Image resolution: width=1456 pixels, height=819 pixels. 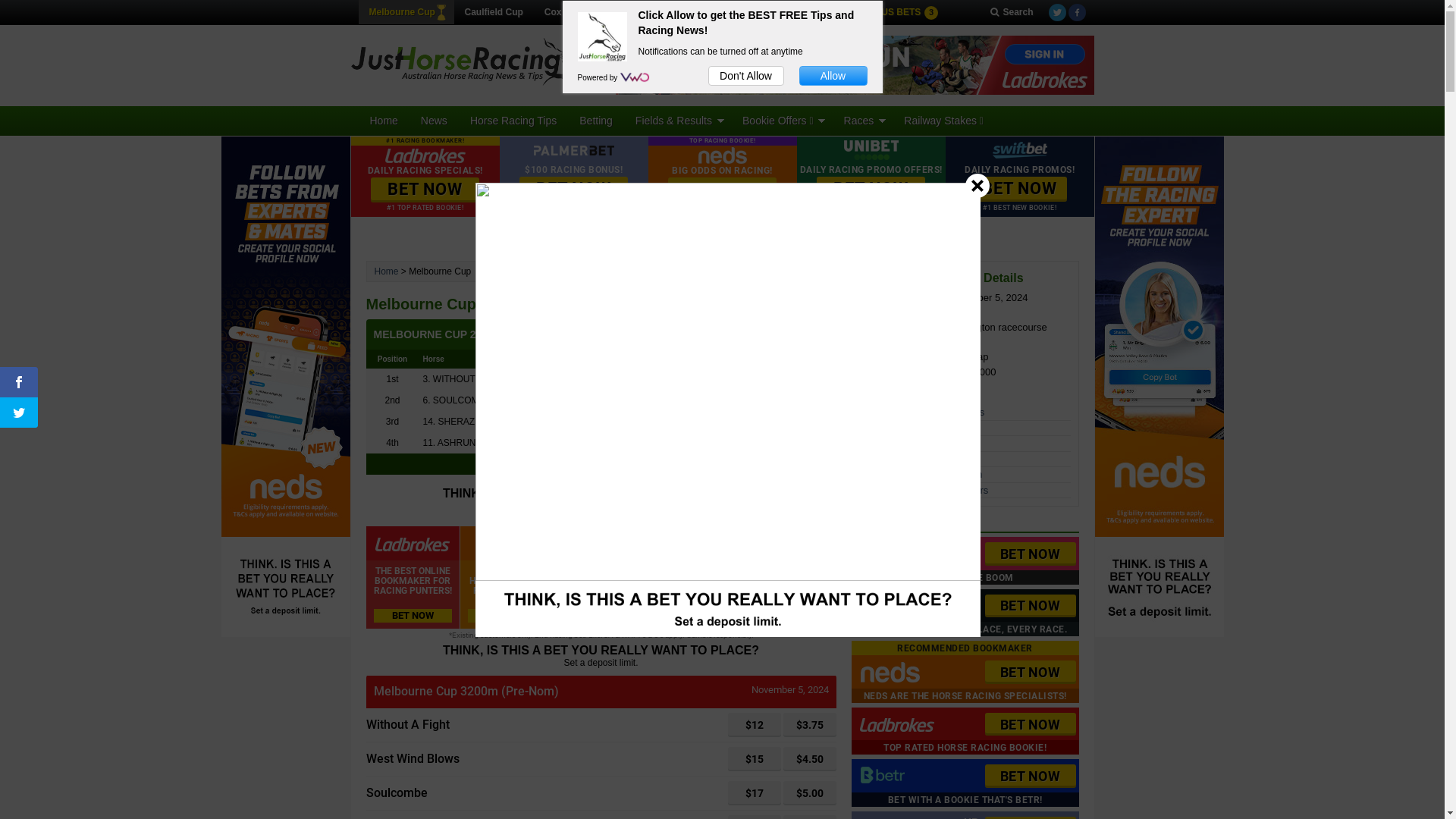 What do you see at coordinates (754, 792) in the screenshot?
I see `'$17'` at bounding box center [754, 792].